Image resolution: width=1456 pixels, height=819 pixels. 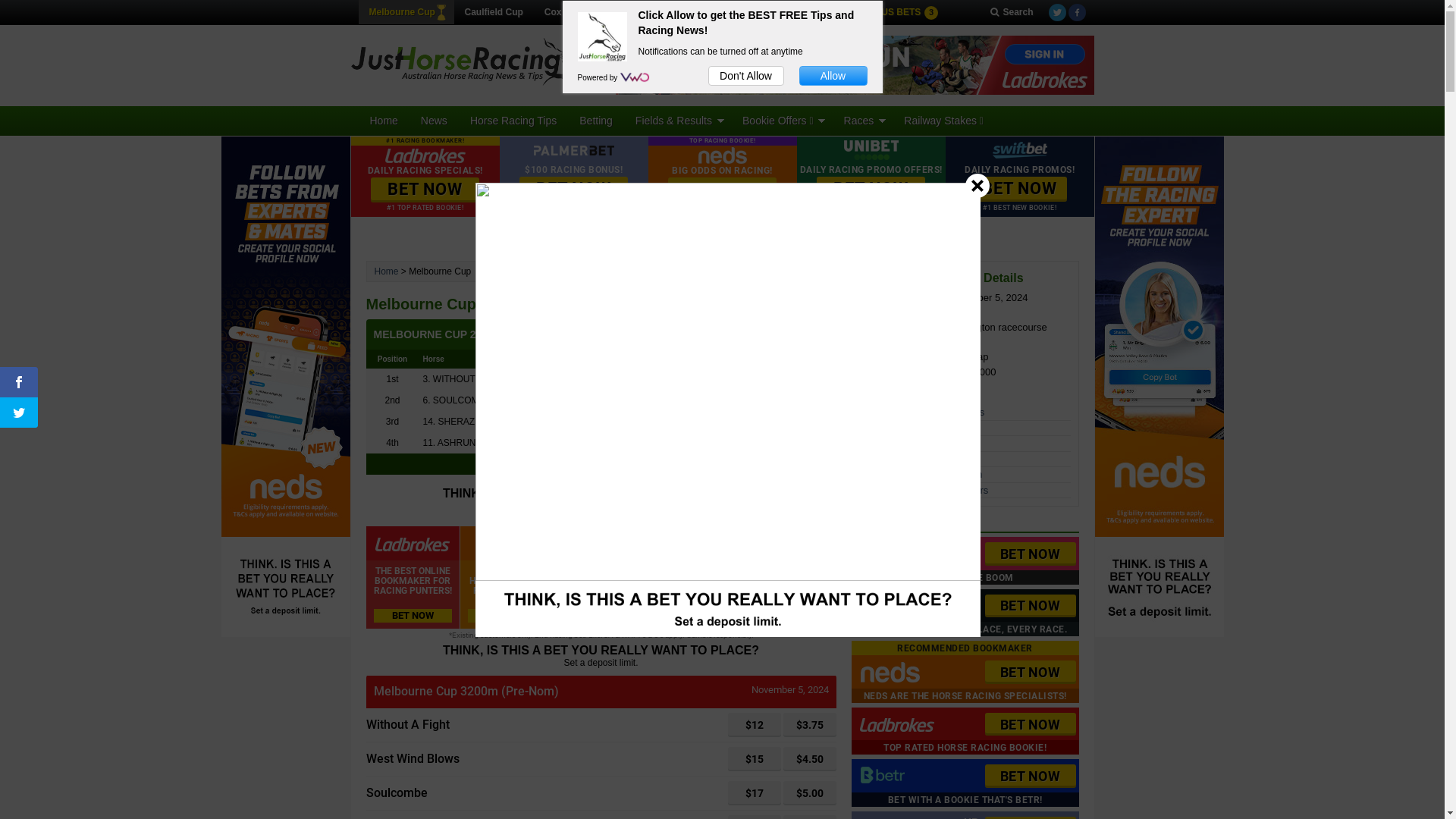 What do you see at coordinates (754, 792) in the screenshot?
I see `'$17'` at bounding box center [754, 792].